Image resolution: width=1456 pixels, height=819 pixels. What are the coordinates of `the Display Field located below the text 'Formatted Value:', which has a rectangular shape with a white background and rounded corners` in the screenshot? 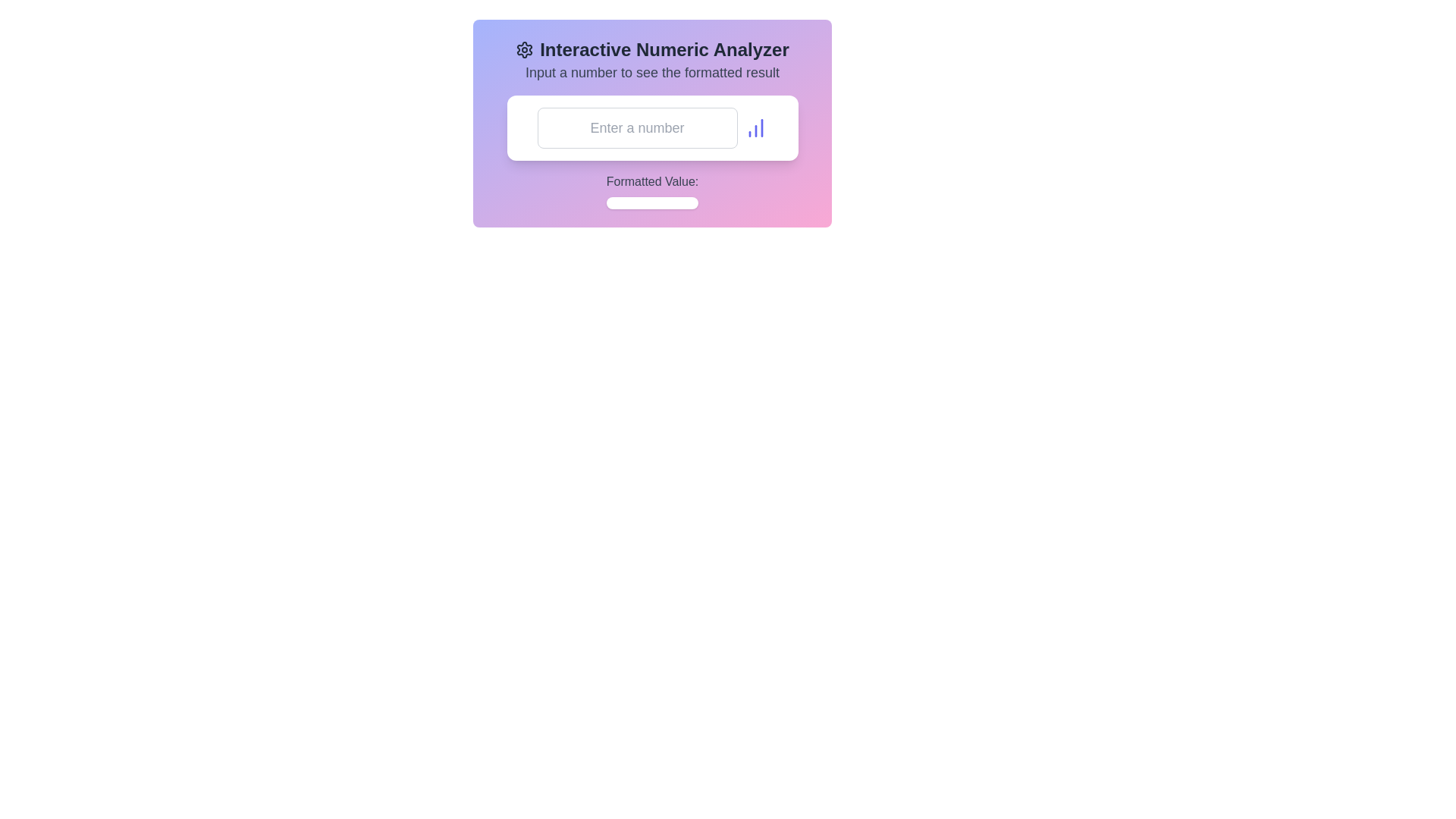 It's located at (652, 202).